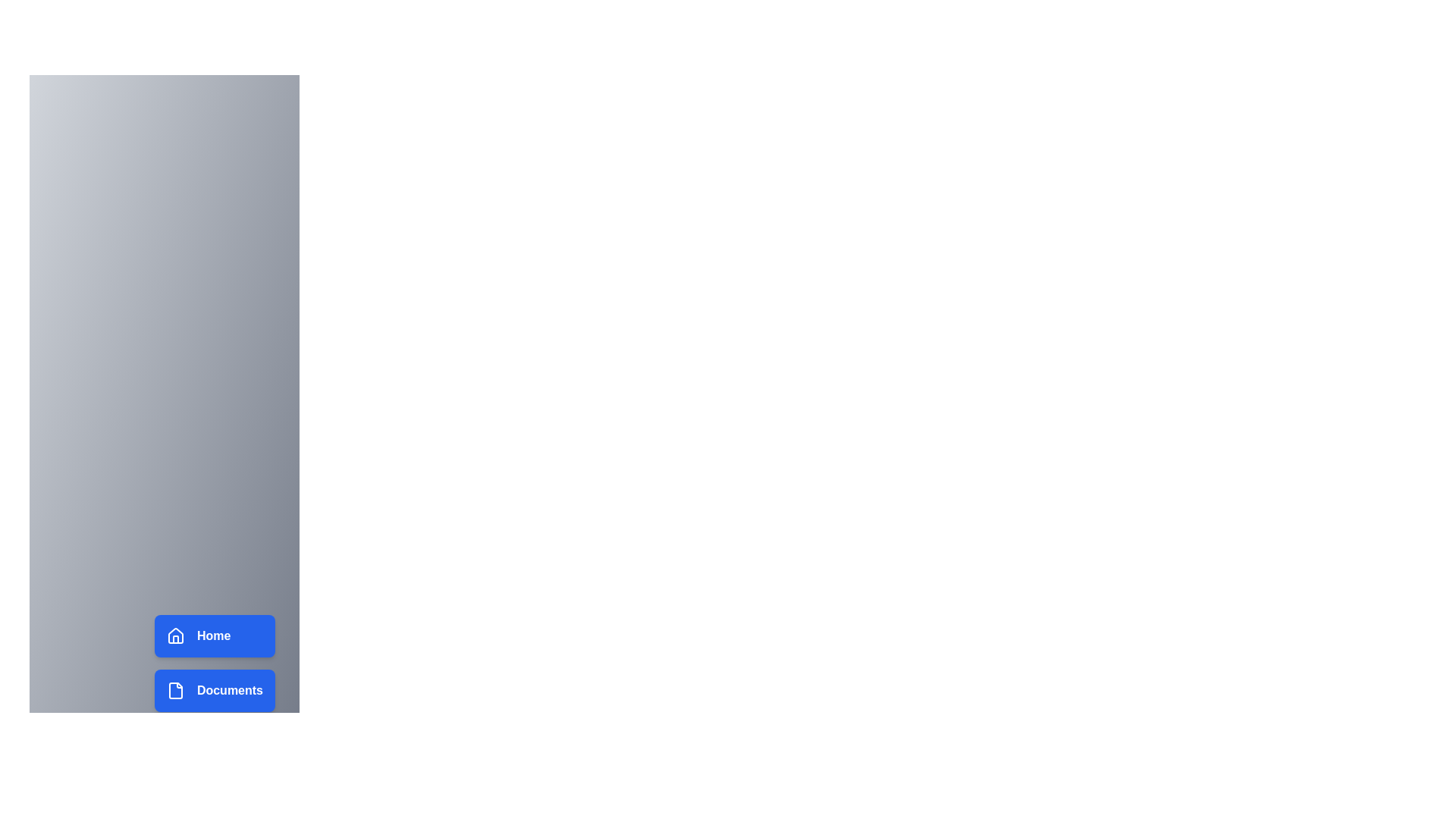  I want to click on the text label that describes the document-related button, located to the right of a document icon, so click(229, 690).